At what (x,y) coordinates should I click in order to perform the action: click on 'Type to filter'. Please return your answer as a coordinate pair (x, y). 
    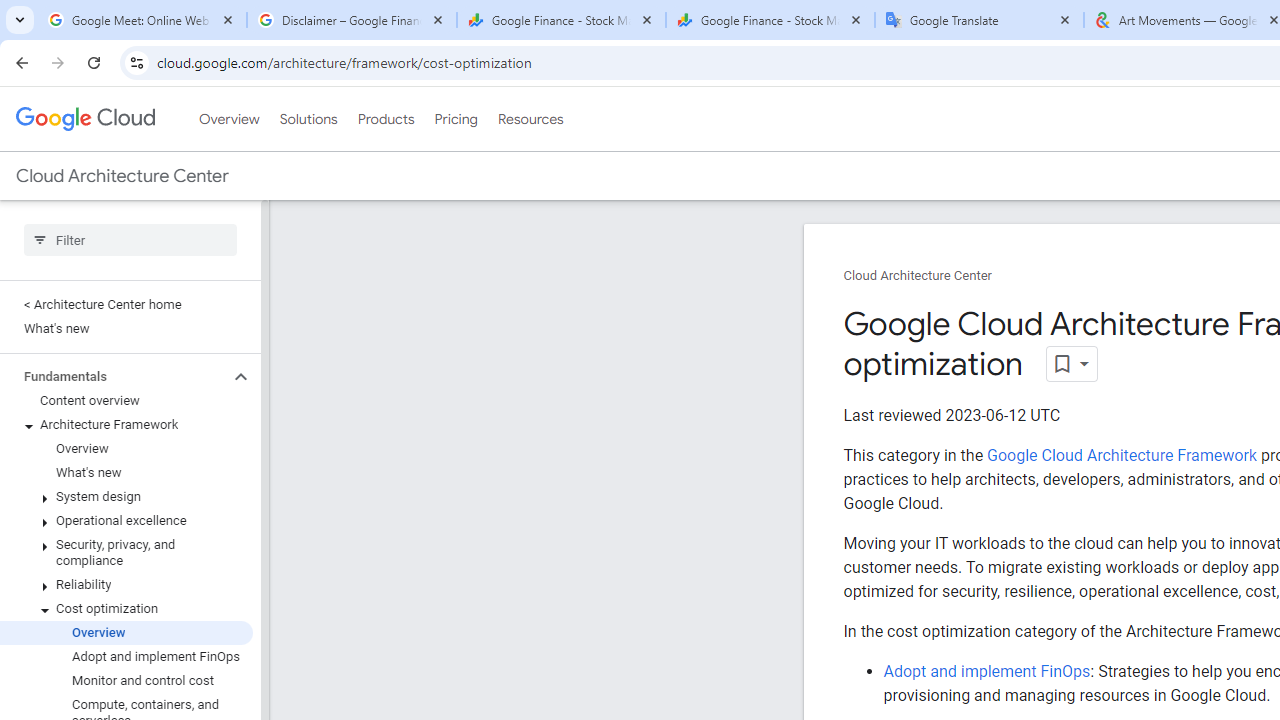
    Looking at the image, I should click on (129, 239).